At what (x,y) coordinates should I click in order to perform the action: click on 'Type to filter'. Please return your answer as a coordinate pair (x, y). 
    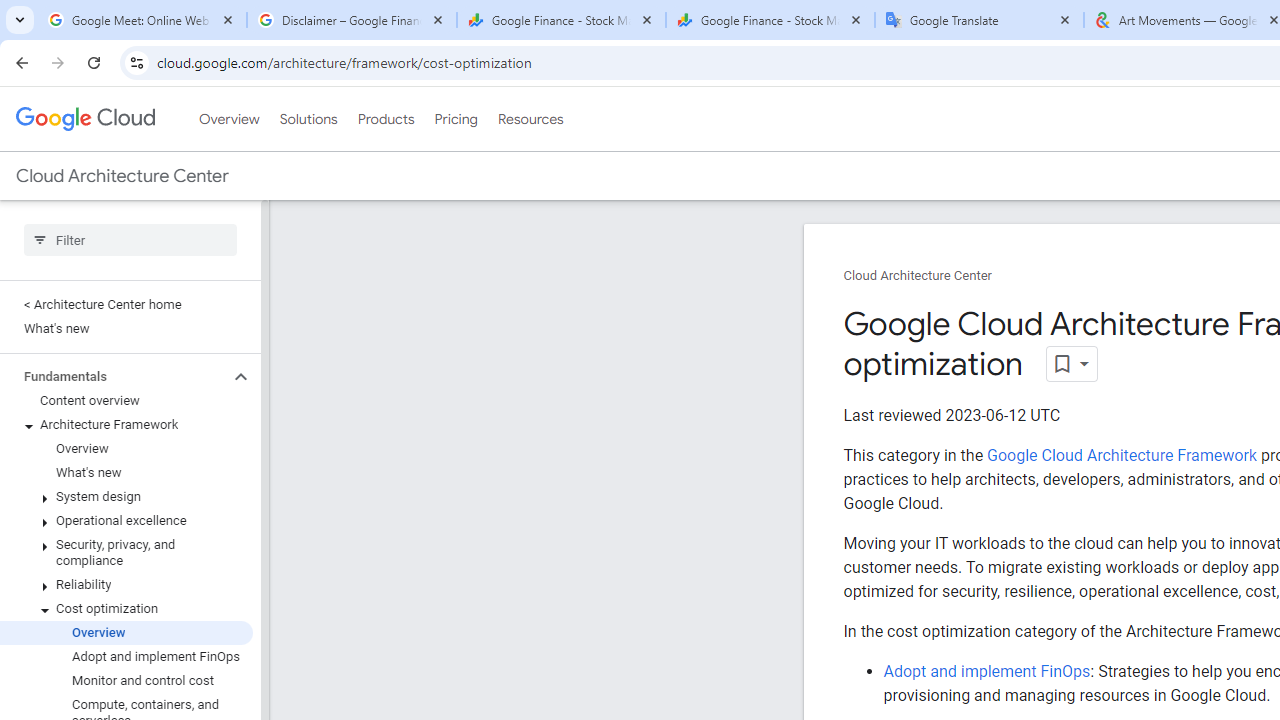
    Looking at the image, I should click on (129, 239).